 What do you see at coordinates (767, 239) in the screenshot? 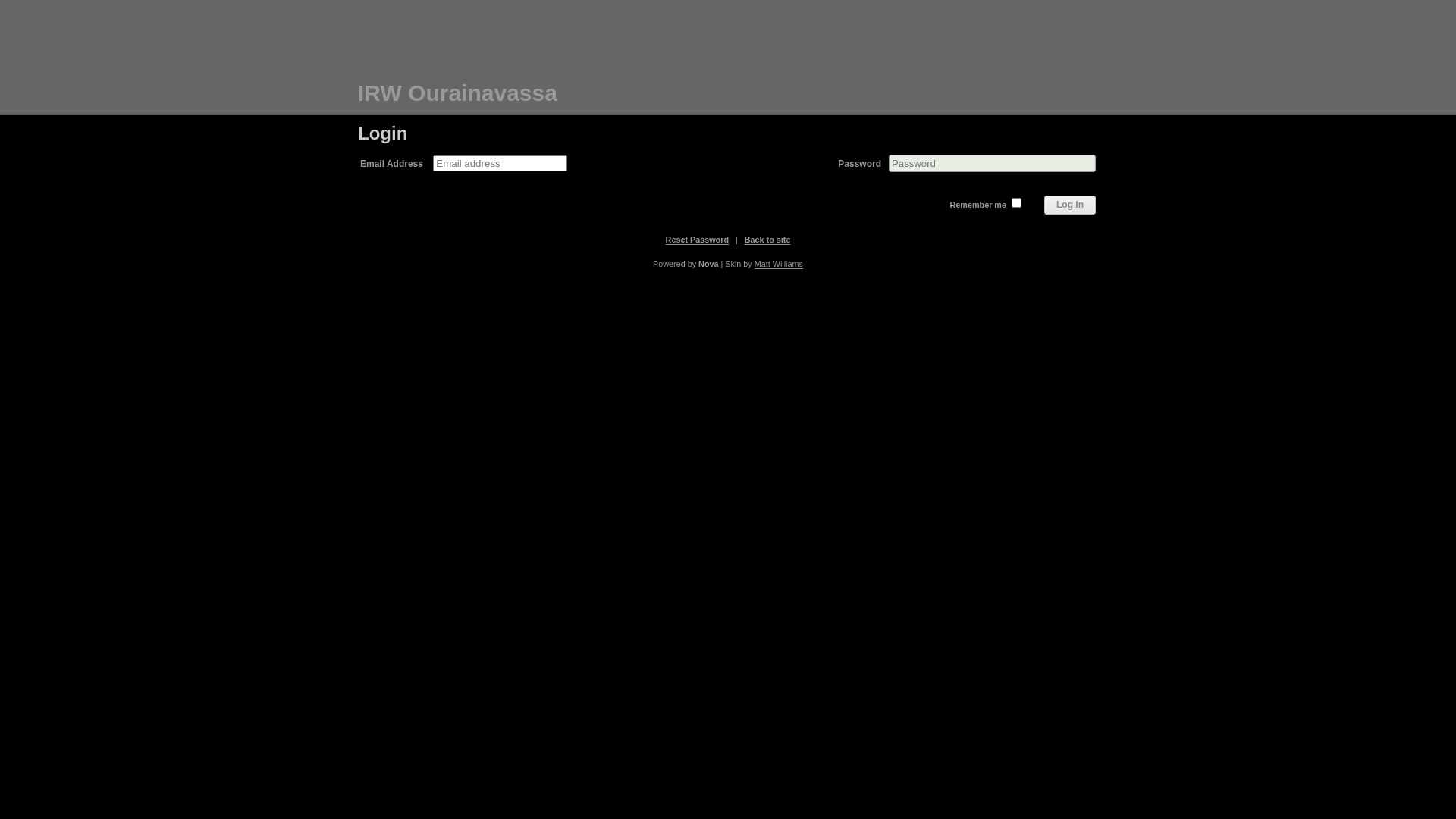
I see `'Back to site'` at bounding box center [767, 239].